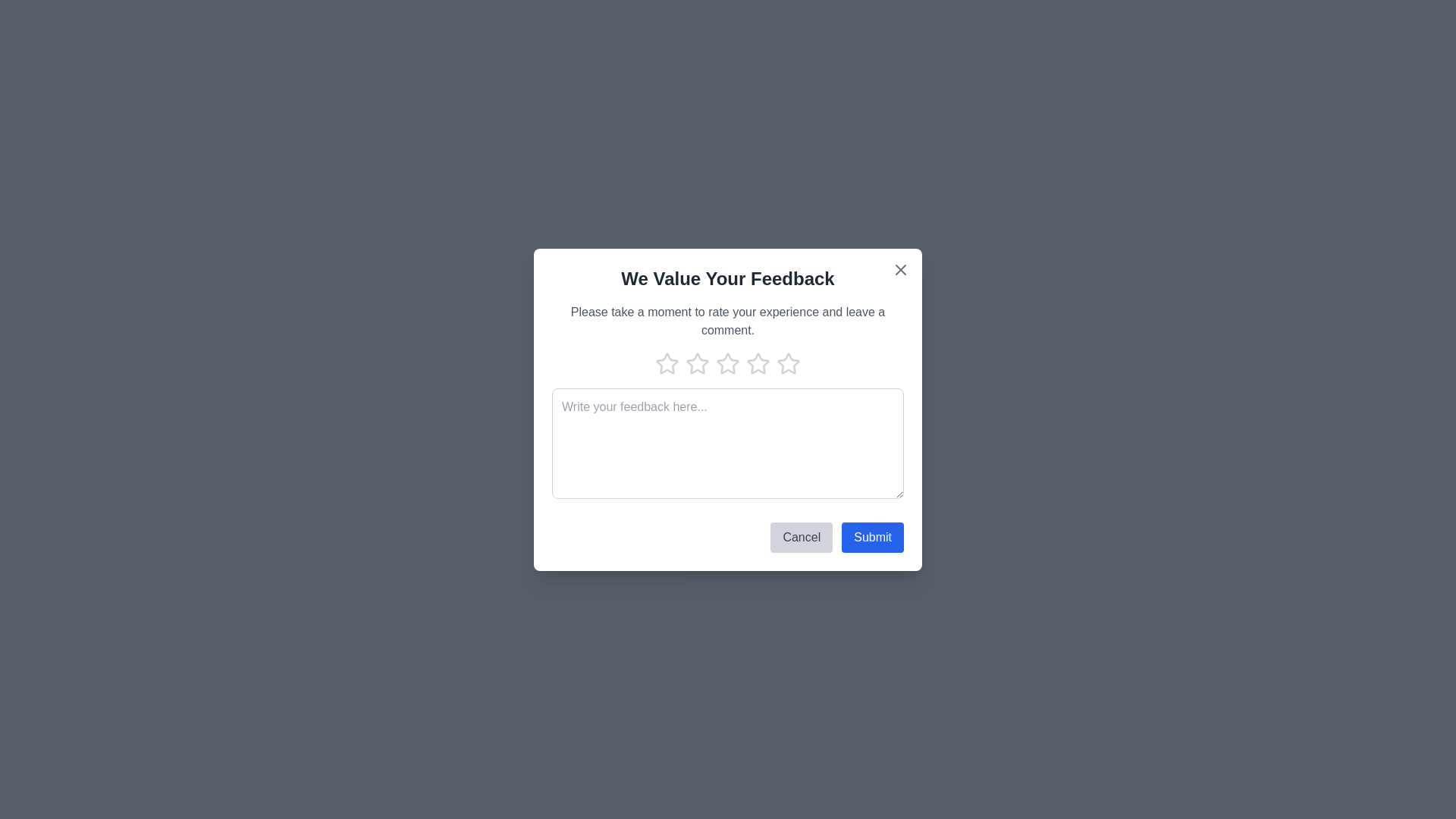 The width and height of the screenshot is (1456, 819). I want to click on text of the Header Text, which is the title of the feedback form, located at the top of the dialog box, so click(728, 278).